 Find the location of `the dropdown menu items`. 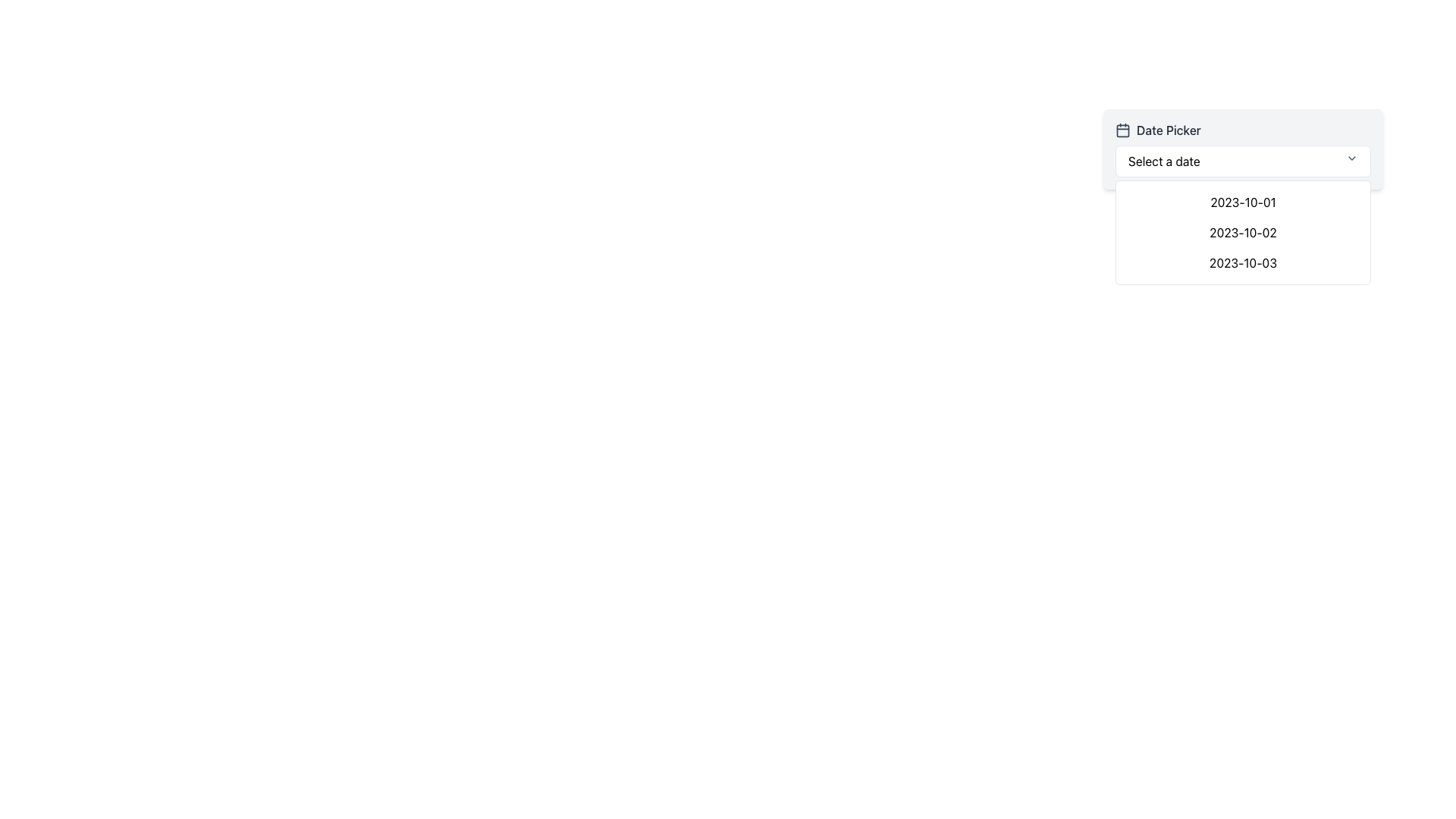

the dropdown menu items is located at coordinates (1243, 233).